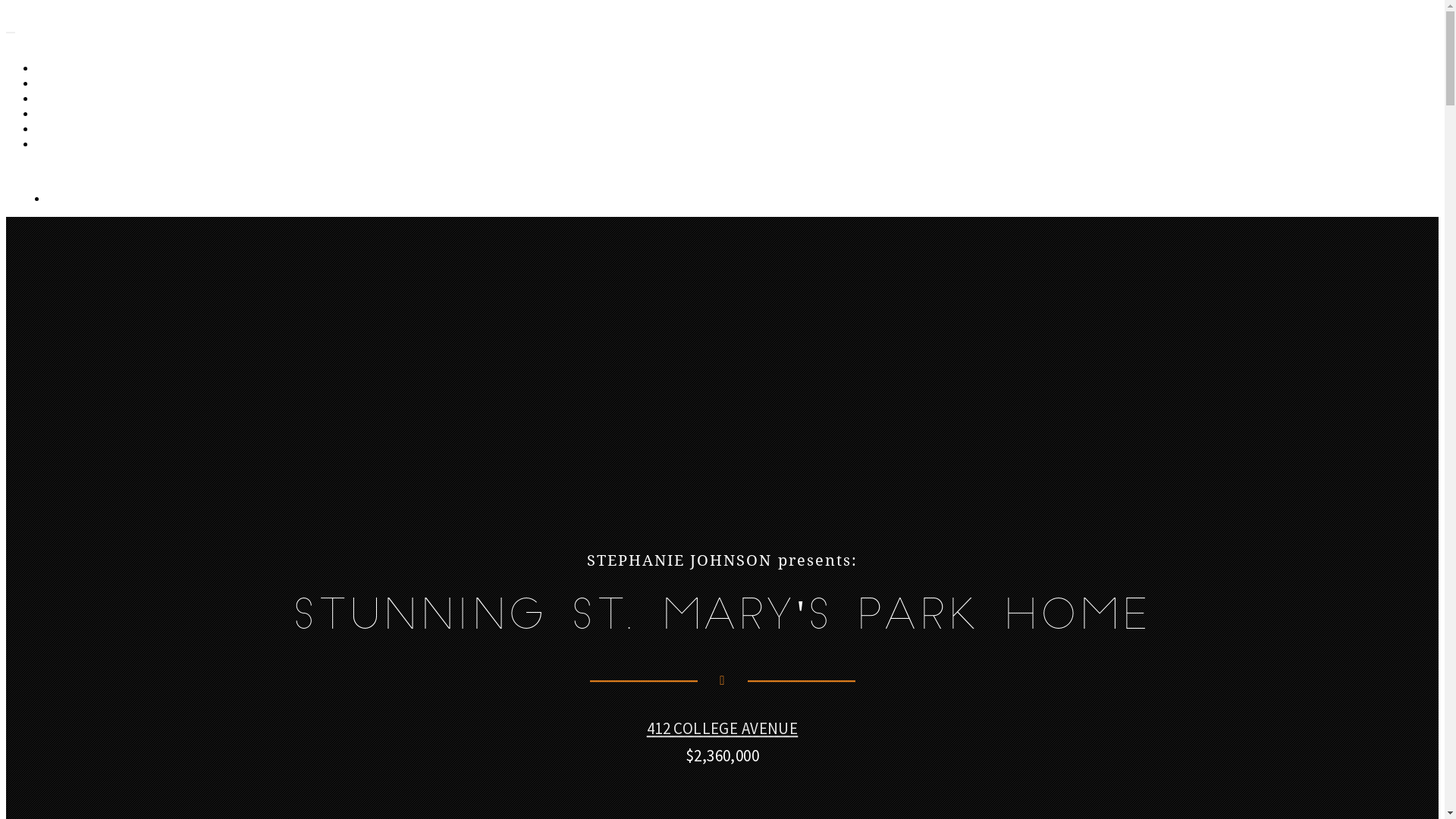  Describe the element at coordinates (722, 727) in the screenshot. I see `'412 COLLEGE AVENUE'` at that location.